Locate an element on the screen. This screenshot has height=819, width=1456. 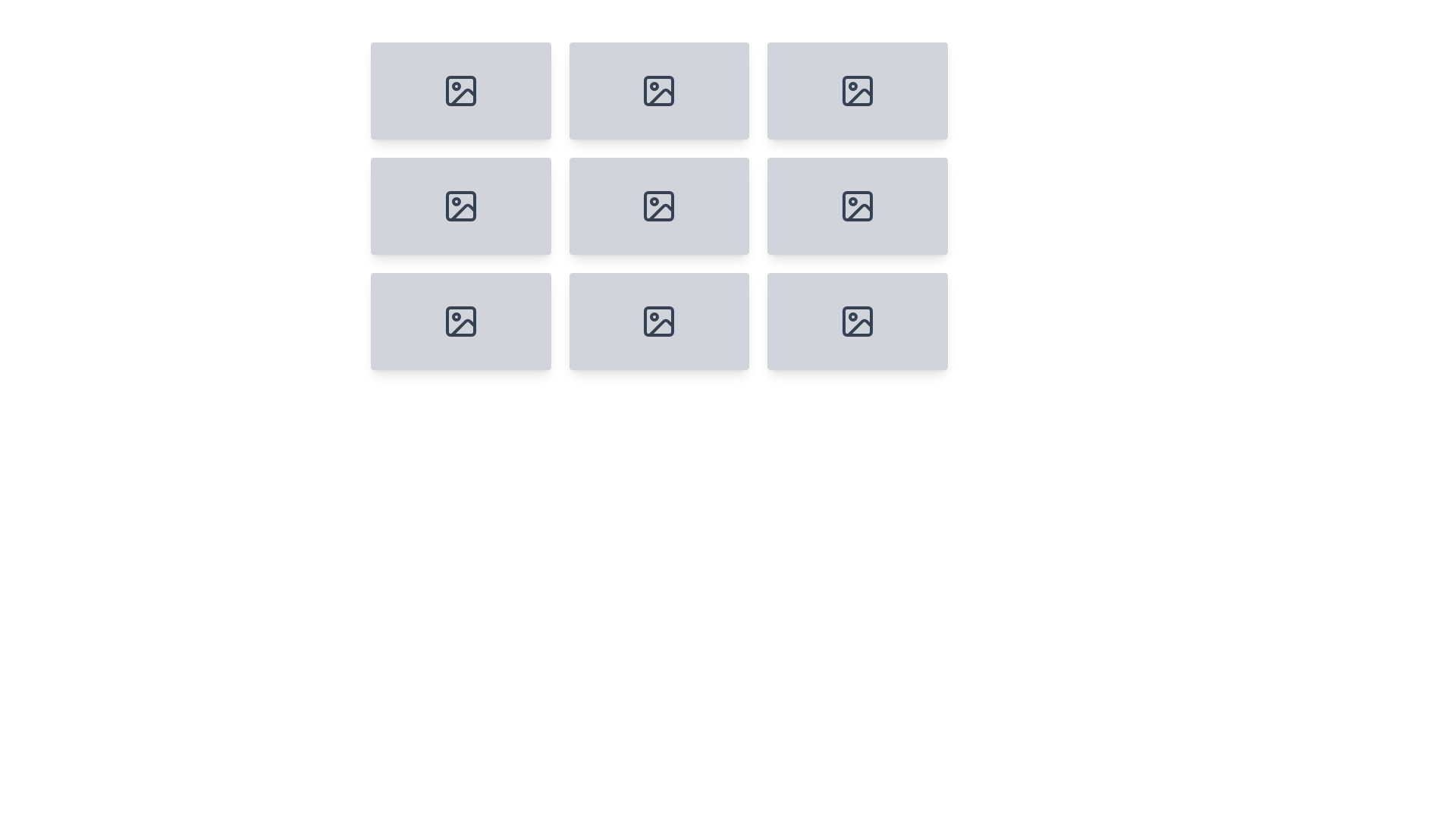
the card-like component in the top-left corner of the 3x3 grid layout, which features a centered image placeholder icon and description text is located at coordinates (460, 90).